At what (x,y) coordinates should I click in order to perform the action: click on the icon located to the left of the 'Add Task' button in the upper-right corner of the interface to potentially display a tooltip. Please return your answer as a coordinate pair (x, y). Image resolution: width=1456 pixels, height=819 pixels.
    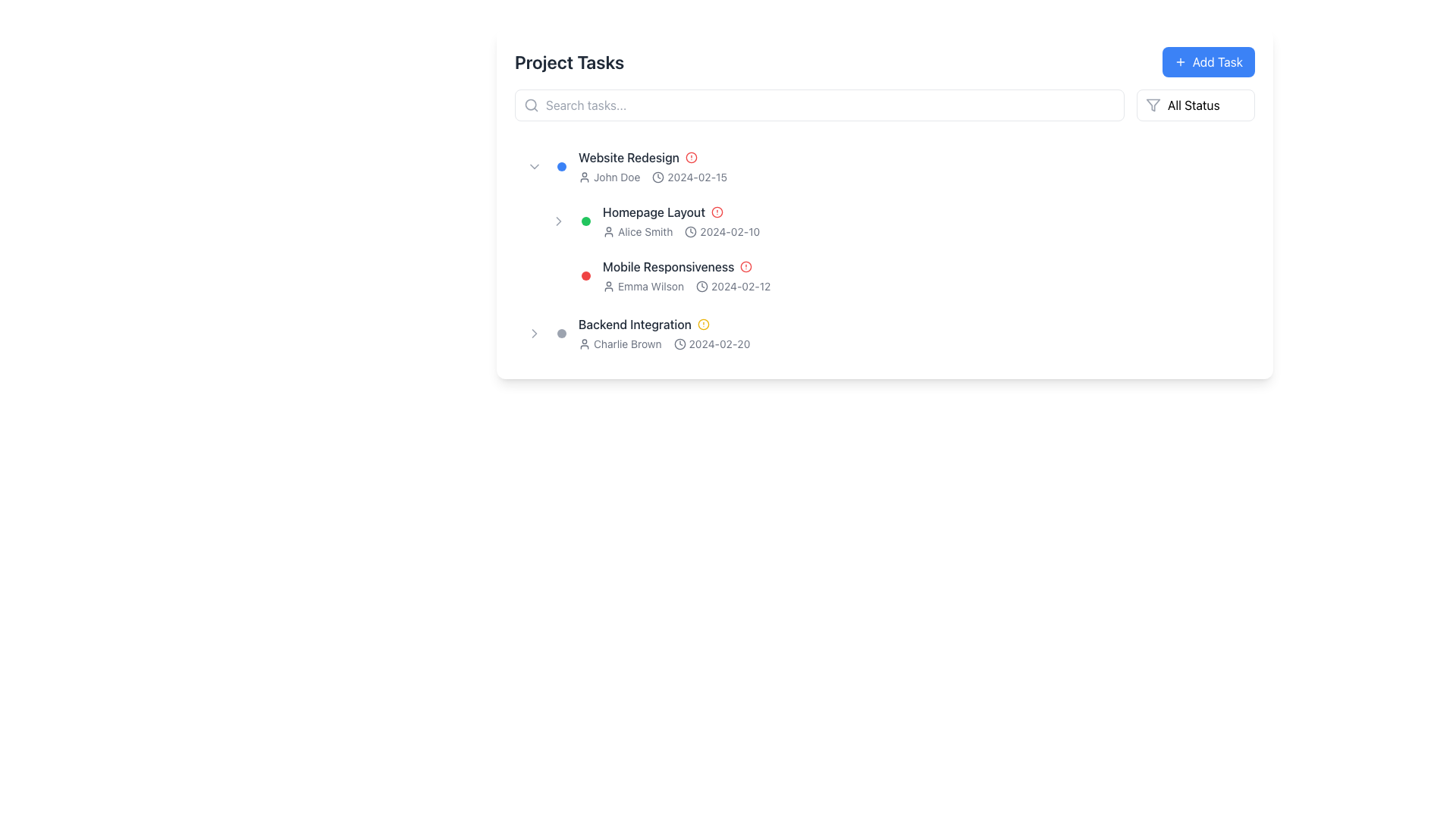
    Looking at the image, I should click on (1179, 61).